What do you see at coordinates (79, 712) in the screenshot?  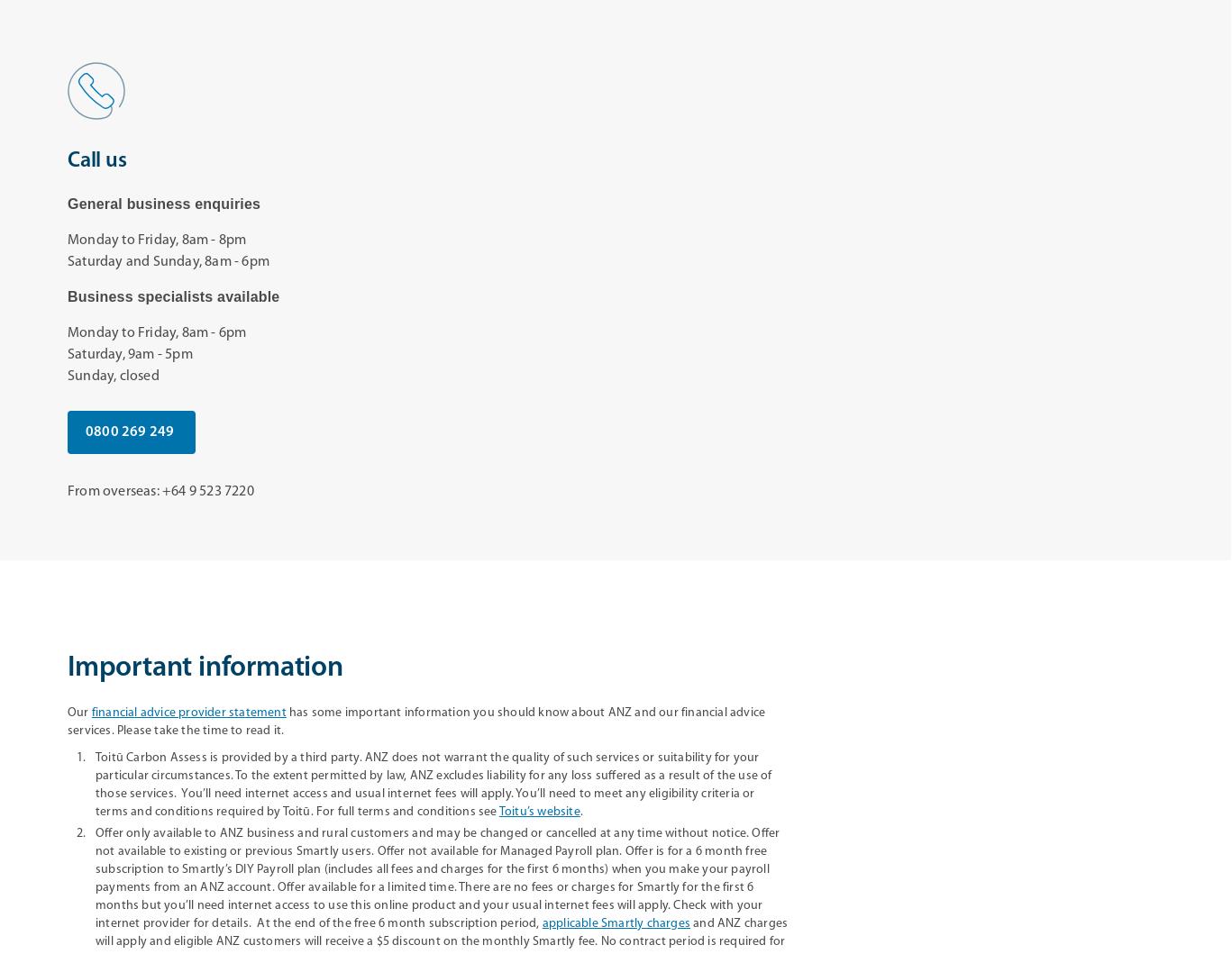 I see `'Our'` at bounding box center [79, 712].